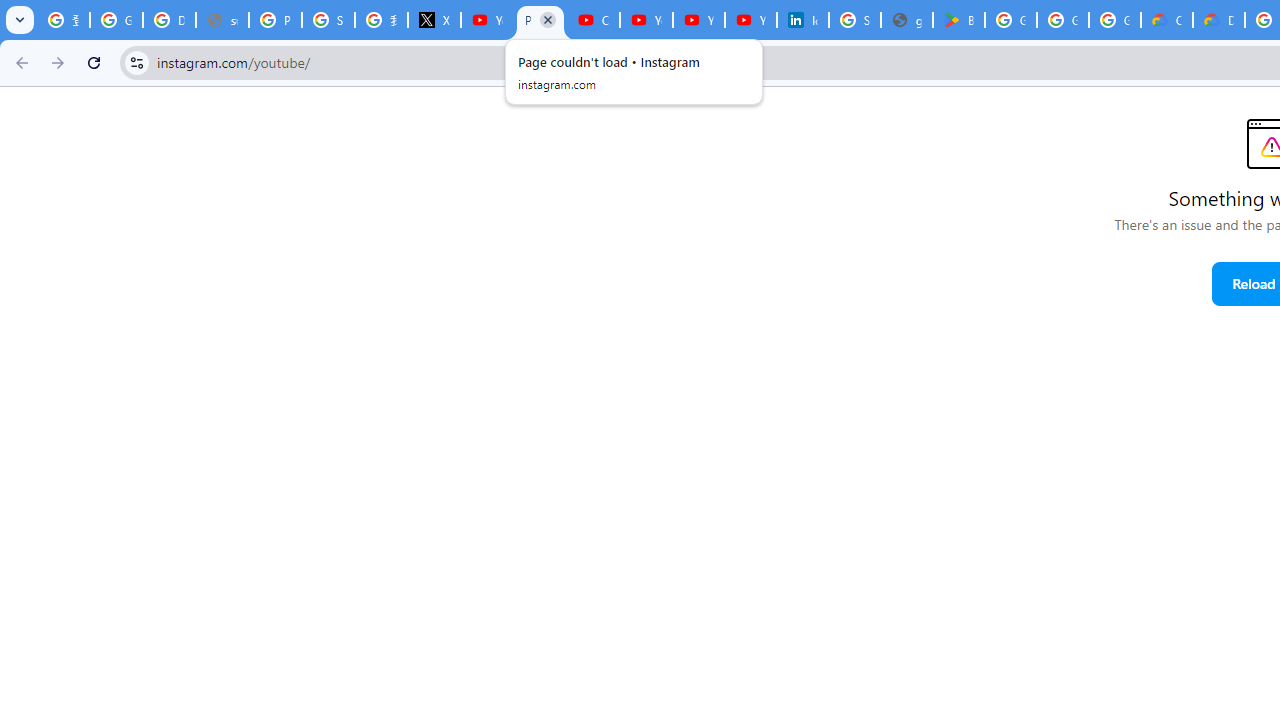  I want to click on 'Privacy Help Center - Policies Help', so click(274, 20).